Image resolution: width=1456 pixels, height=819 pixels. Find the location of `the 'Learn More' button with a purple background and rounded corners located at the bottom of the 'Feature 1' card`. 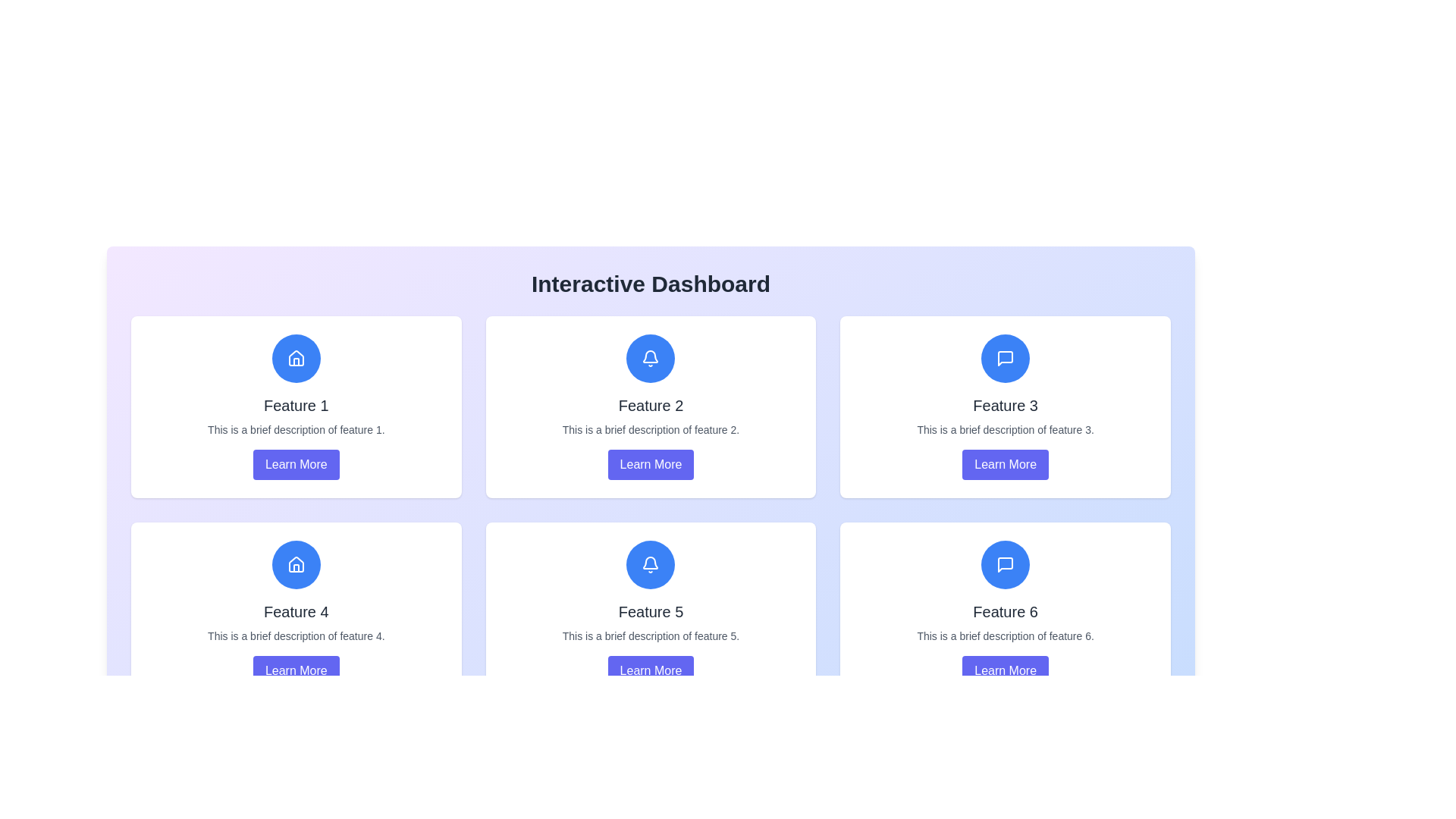

the 'Learn More' button with a purple background and rounded corners located at the bottom of the 'Feature 1' card is located at coordinates (296, 464).